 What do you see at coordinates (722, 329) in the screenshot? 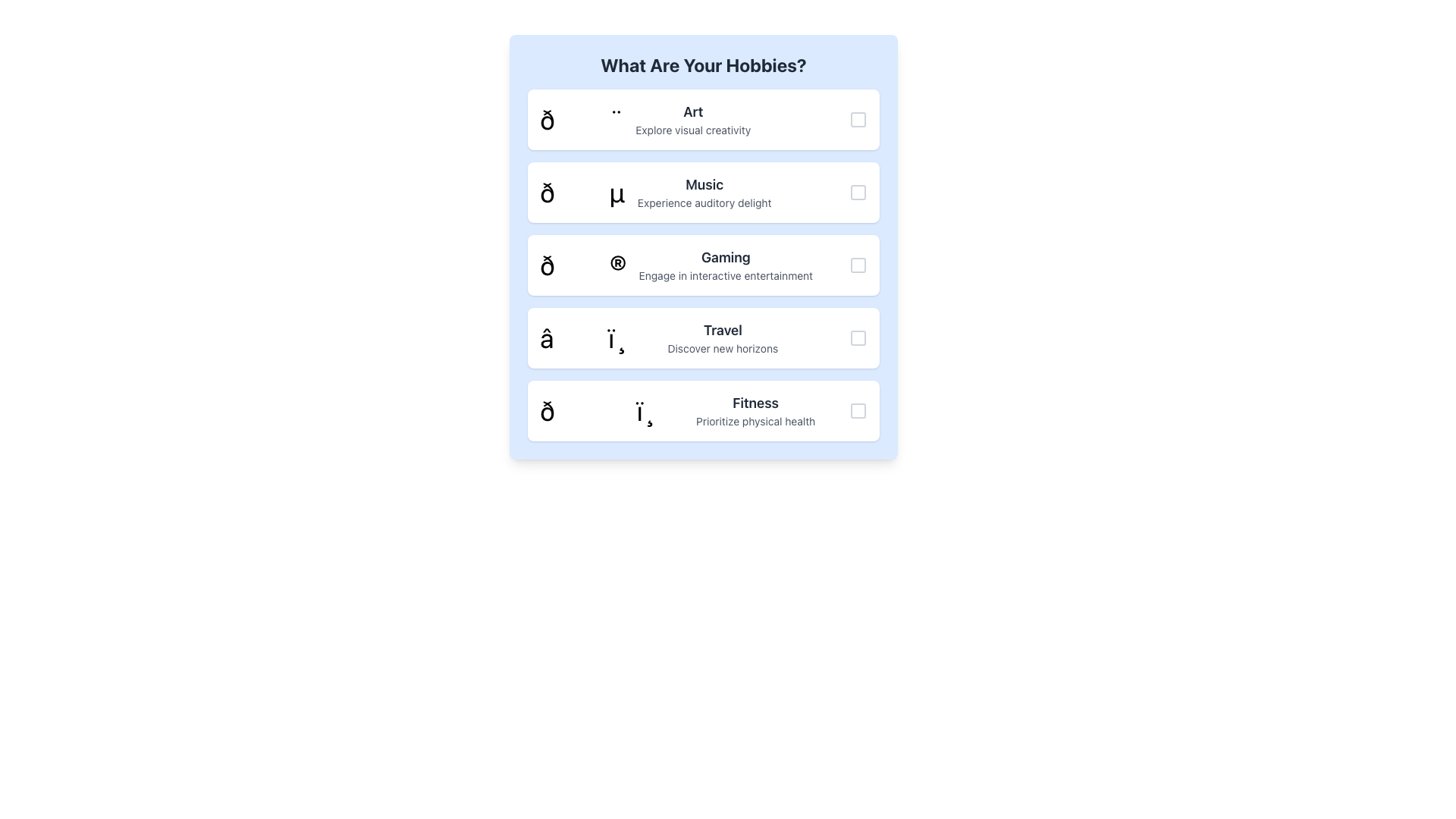
I see `the text label displaying 'Travel', which is styled in bold and located in the fourth position of the hobby options list on a white card with a light blue background` at bounding box center [722, 329].